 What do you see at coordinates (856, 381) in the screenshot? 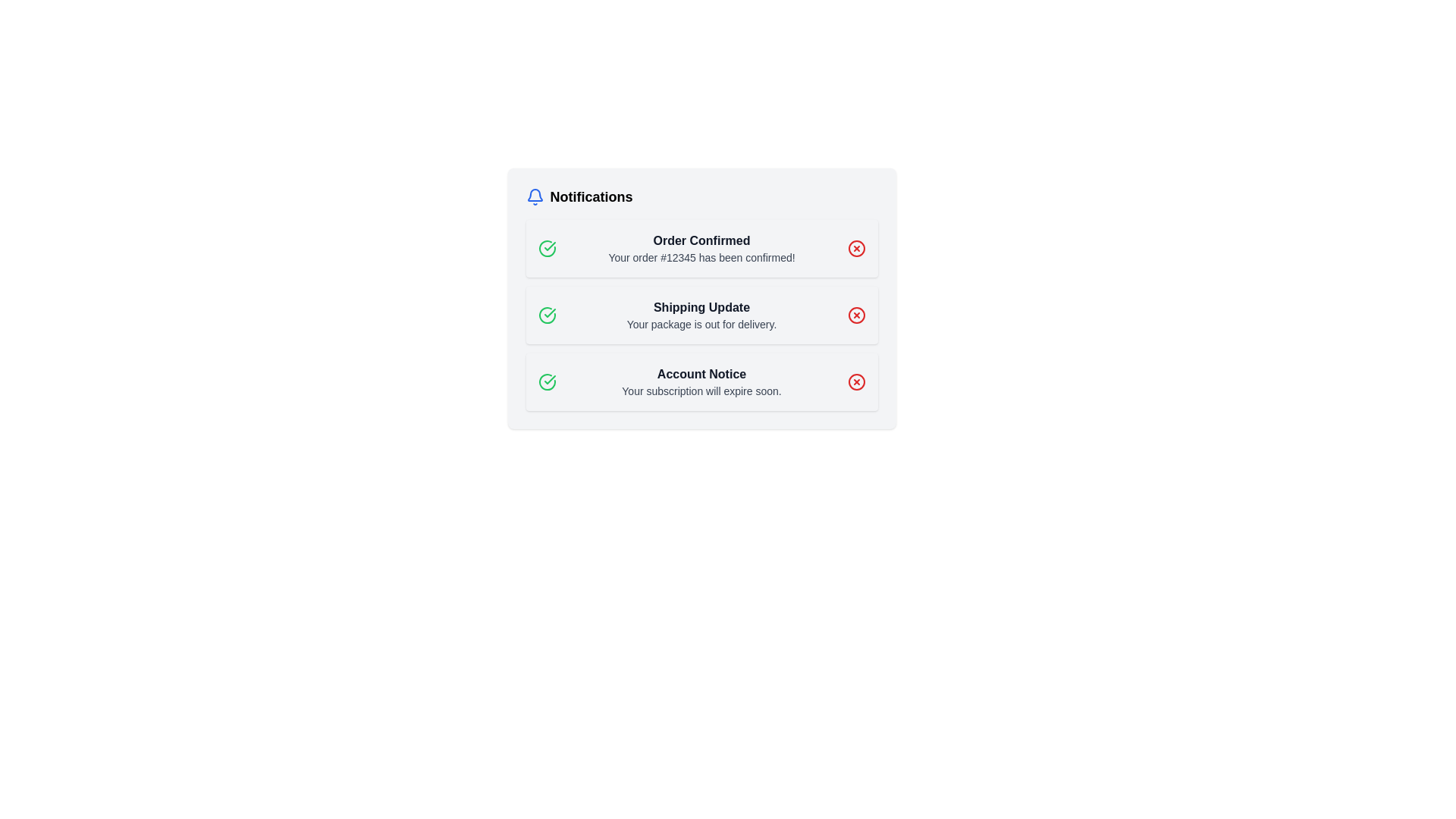
I see `the circular red Close icon with a white border and a white 'X' symbol` at bounding box center [856, 381].